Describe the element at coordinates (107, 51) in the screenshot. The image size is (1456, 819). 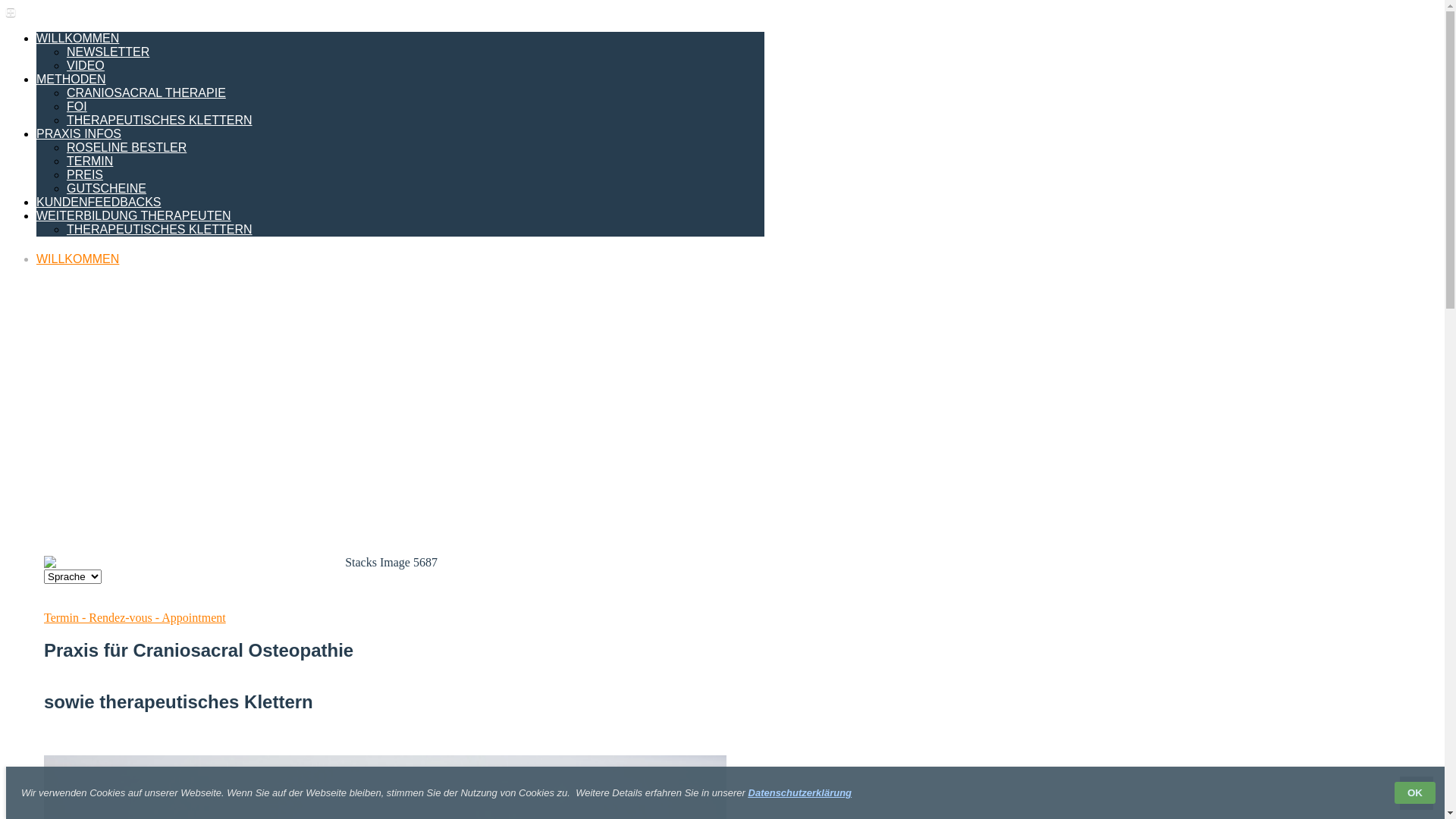
I see `'NEWSLETTER'` at that location.